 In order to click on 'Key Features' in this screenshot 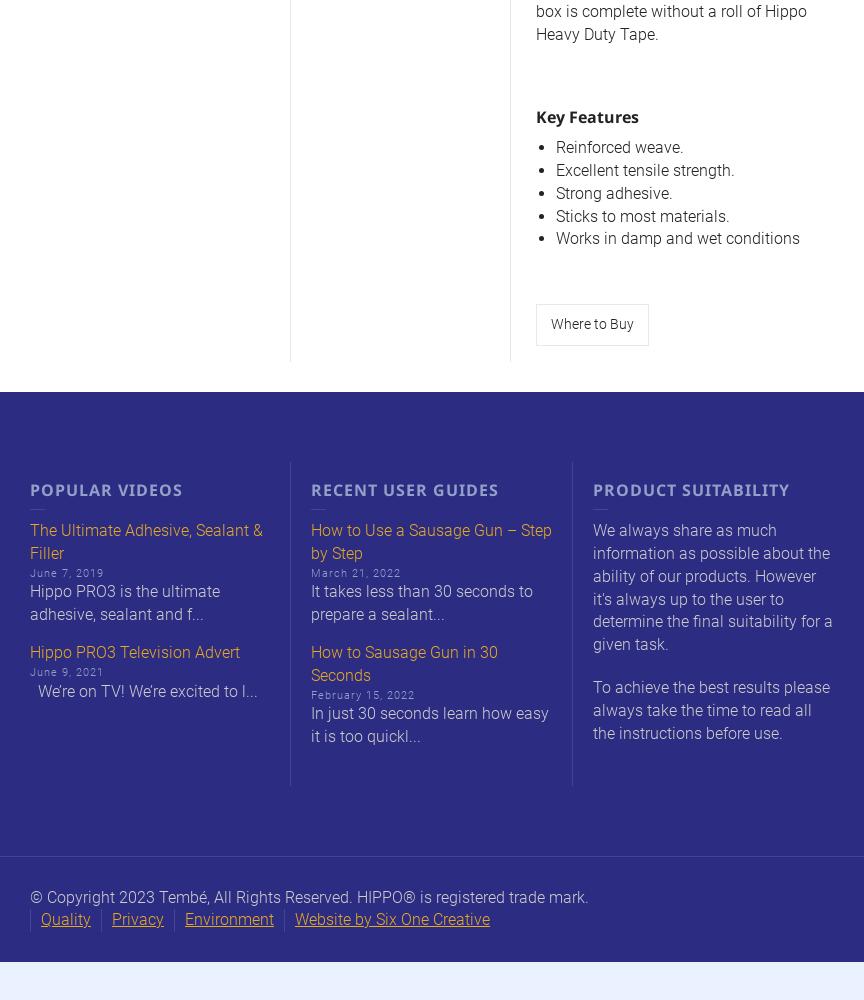, I will do `click(586, 116)`.